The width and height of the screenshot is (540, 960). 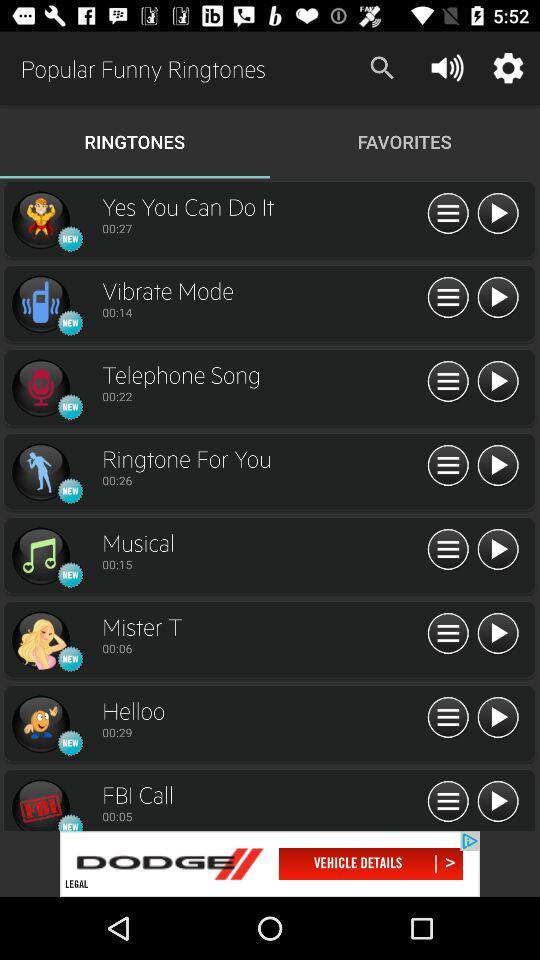 I want to click on song, so click(x=496, y=802).